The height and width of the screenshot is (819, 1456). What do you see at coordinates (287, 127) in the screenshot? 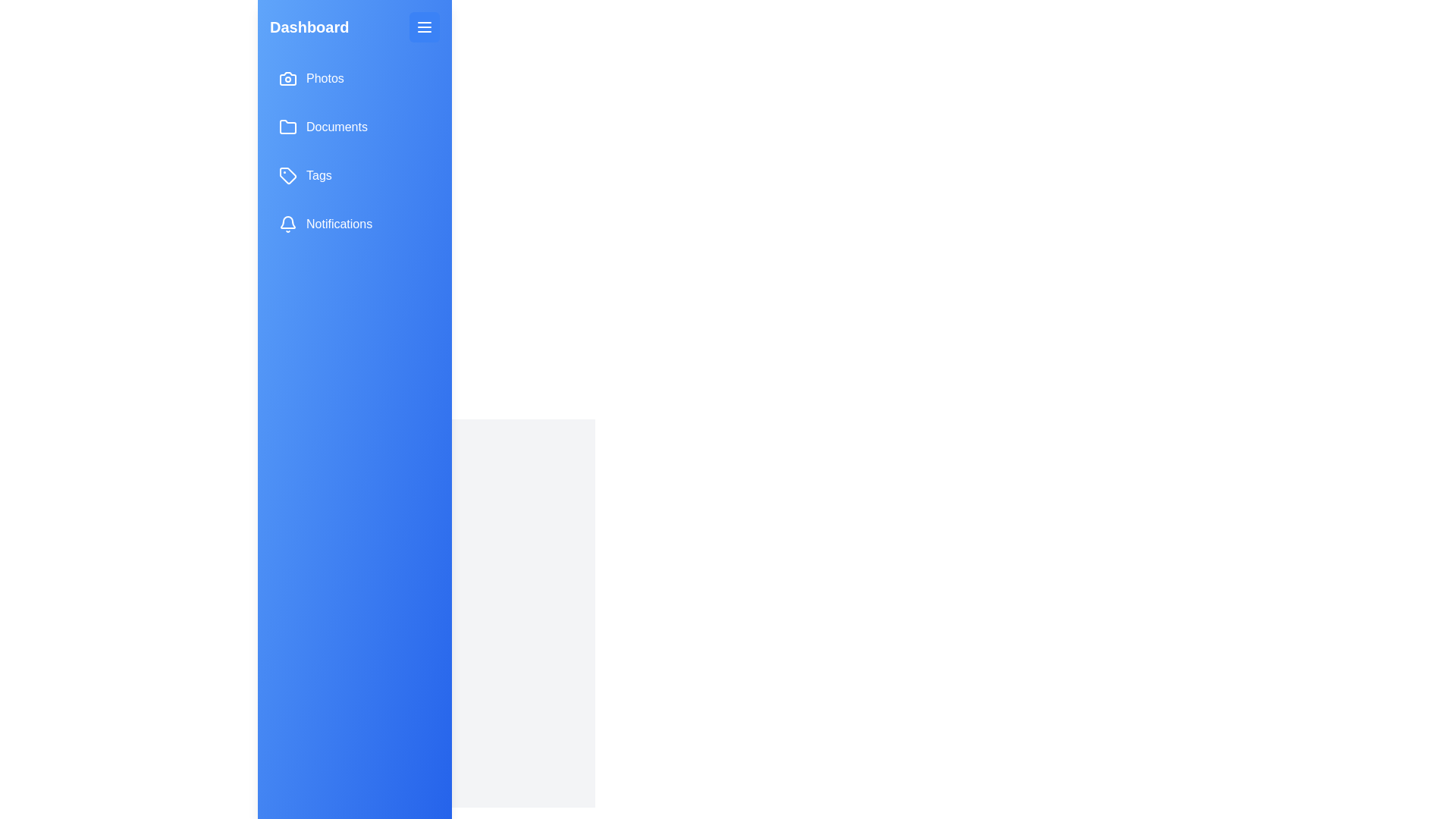
I see `the icon next to the menu item Documents` at bounding box center [287, 127].